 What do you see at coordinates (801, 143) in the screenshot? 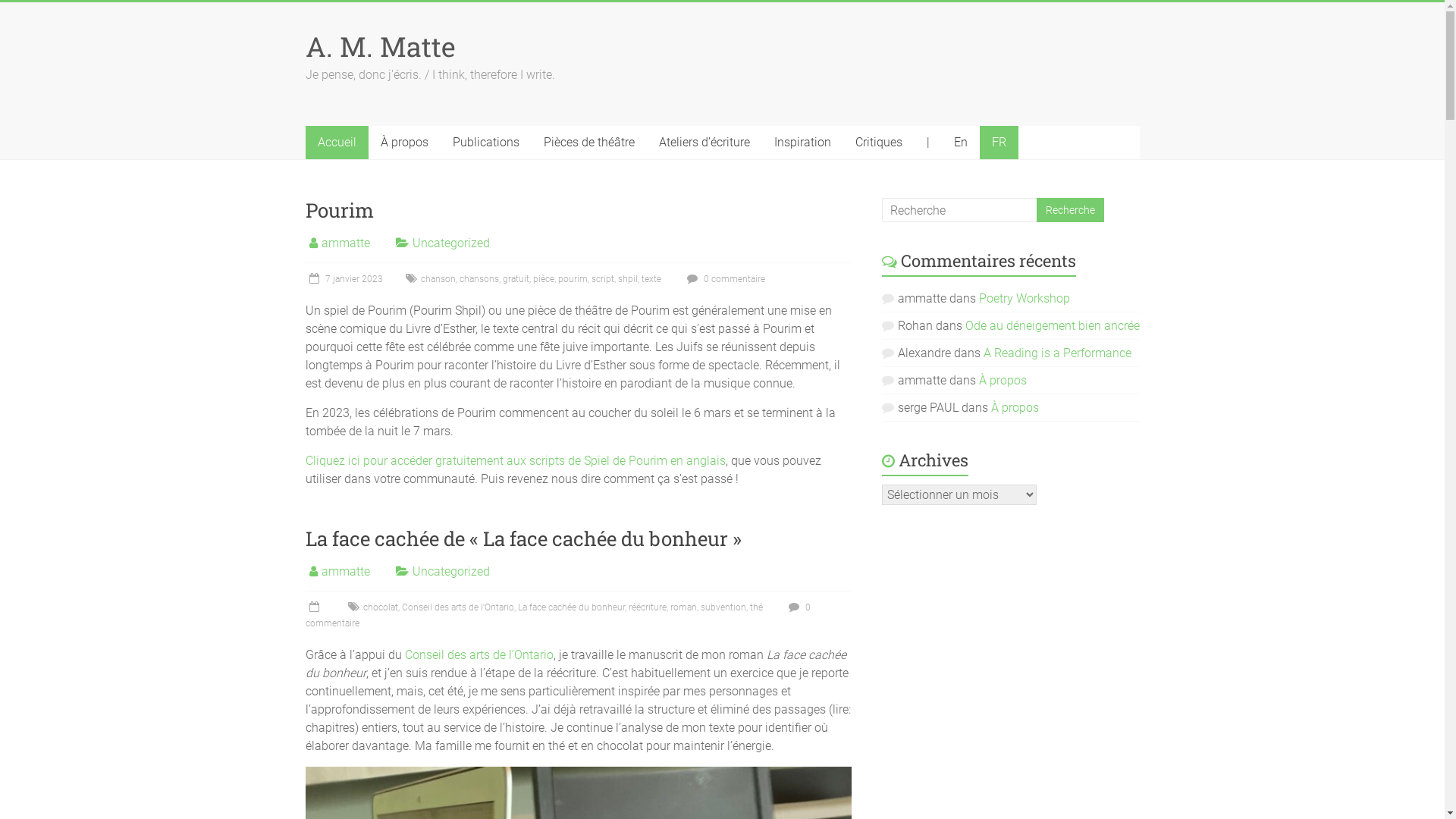
I see `'Inspiration'` at bounding box center [801, 143].